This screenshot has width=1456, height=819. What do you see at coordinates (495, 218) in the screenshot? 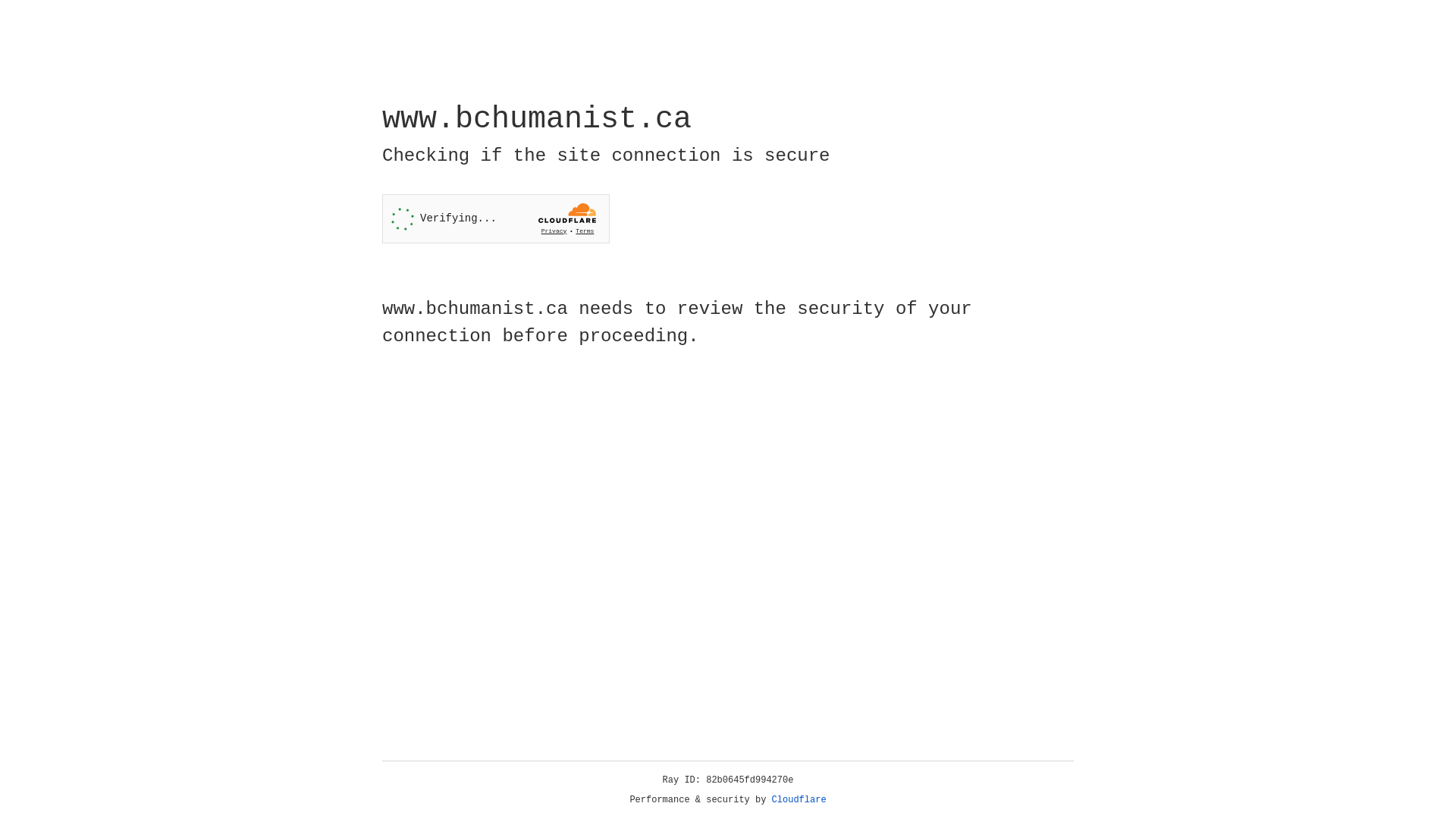
I see `'Widget containing a Cloudflare security challenge'` at bounding box center [495, 218].